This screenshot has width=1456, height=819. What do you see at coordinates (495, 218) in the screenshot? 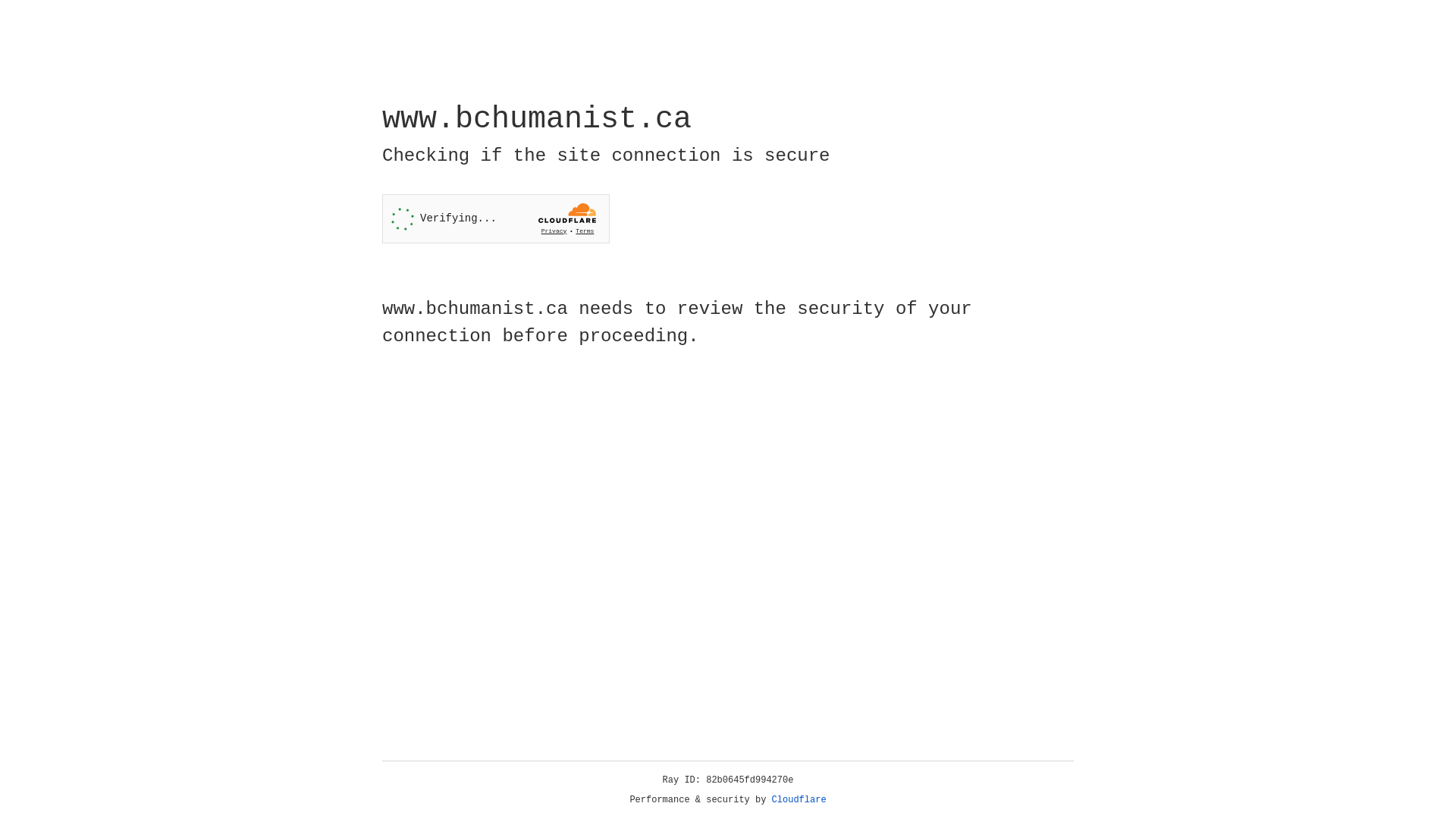
I see `'Widget containing a Cloudflare security challenge'` at bounding box center [495, 218].